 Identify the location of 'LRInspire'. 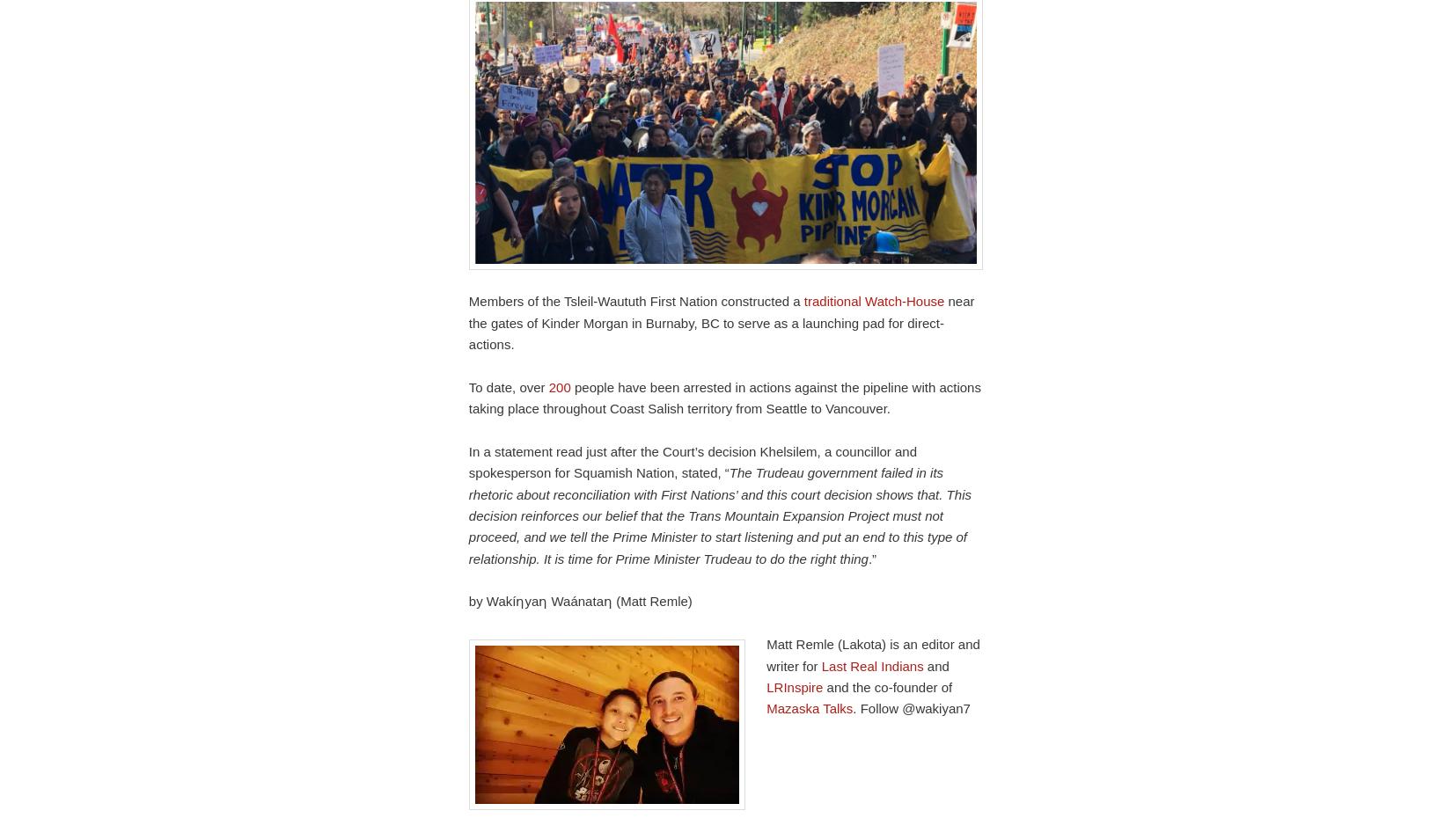
(795, 685).